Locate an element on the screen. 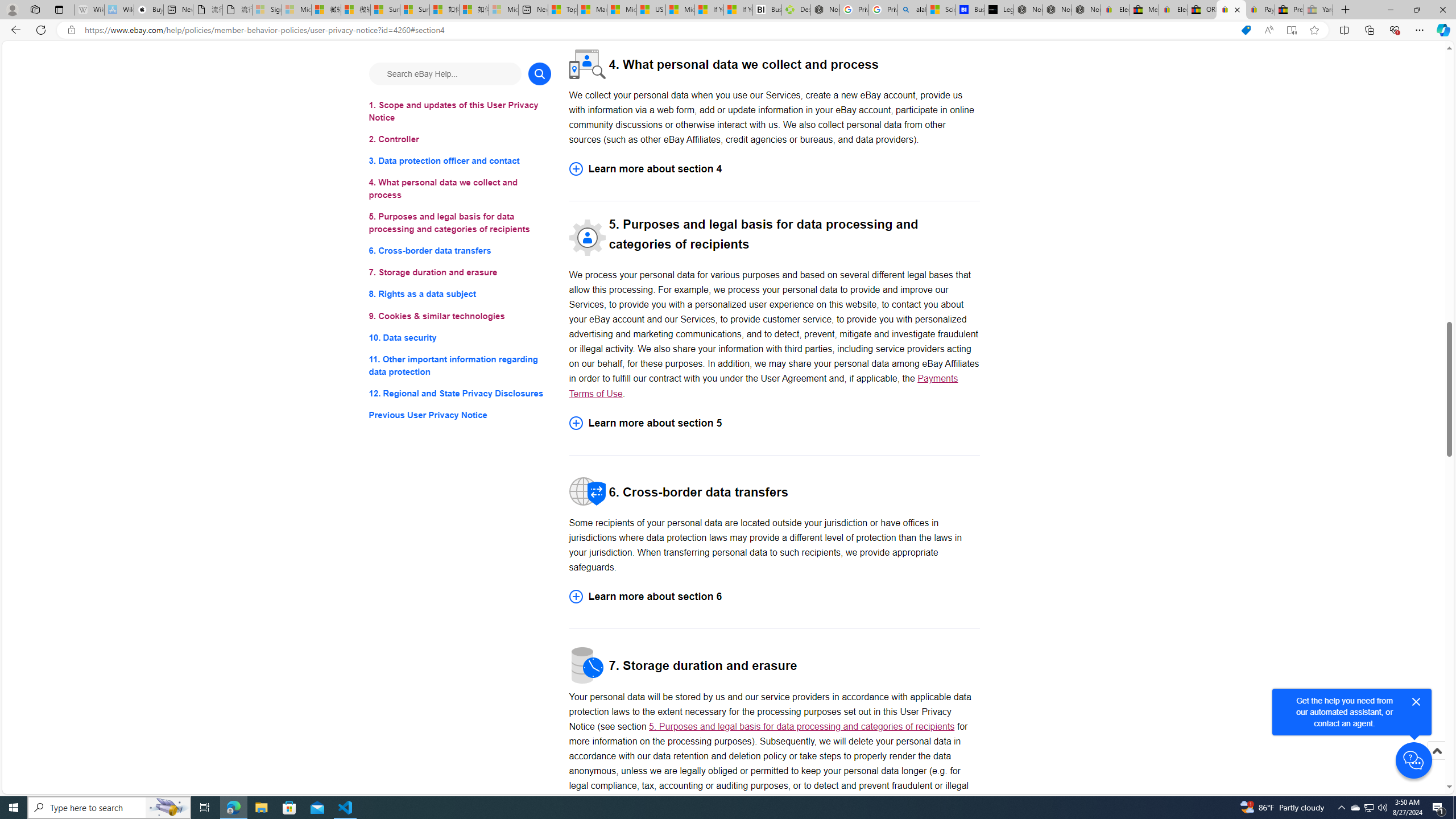 Image resolution: width=1456 pixels, height=819 pixels. '10. Data security' is located at coordinates (459, 337).